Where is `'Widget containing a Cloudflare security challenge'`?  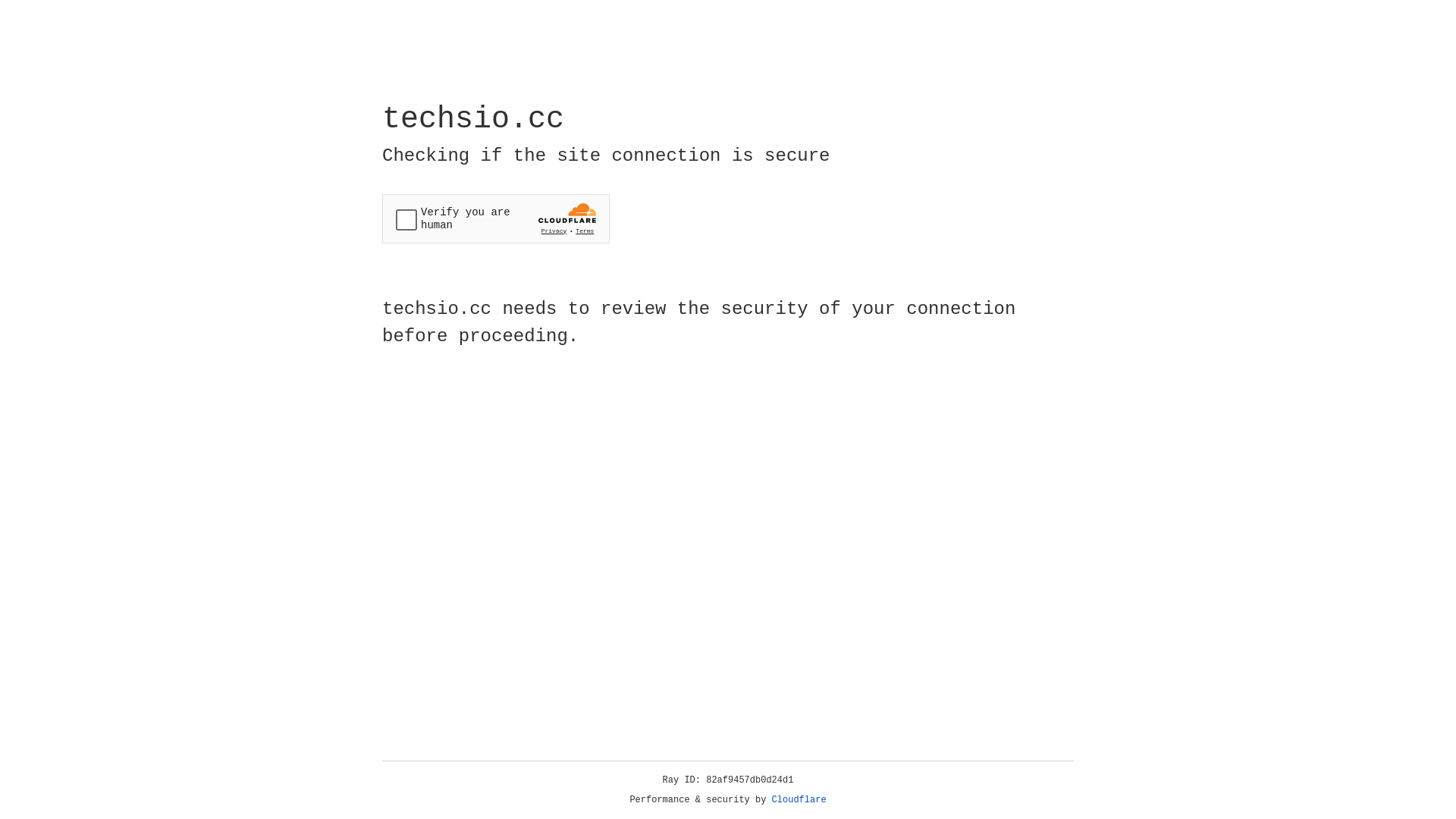
'Widget containing a Cloudflare security challenge' is located at coordinates (495, 218).